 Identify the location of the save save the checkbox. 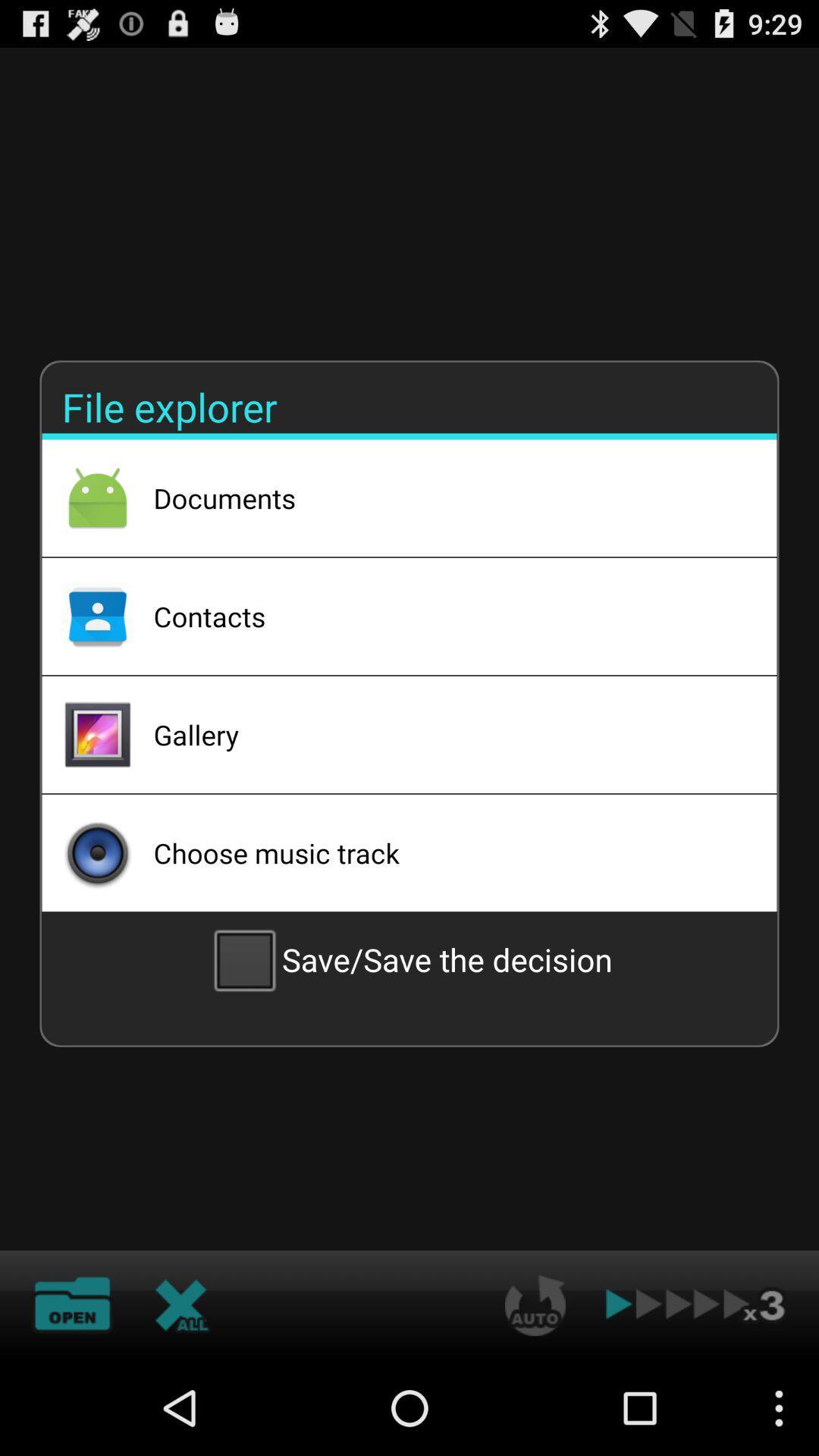
(409, 959).